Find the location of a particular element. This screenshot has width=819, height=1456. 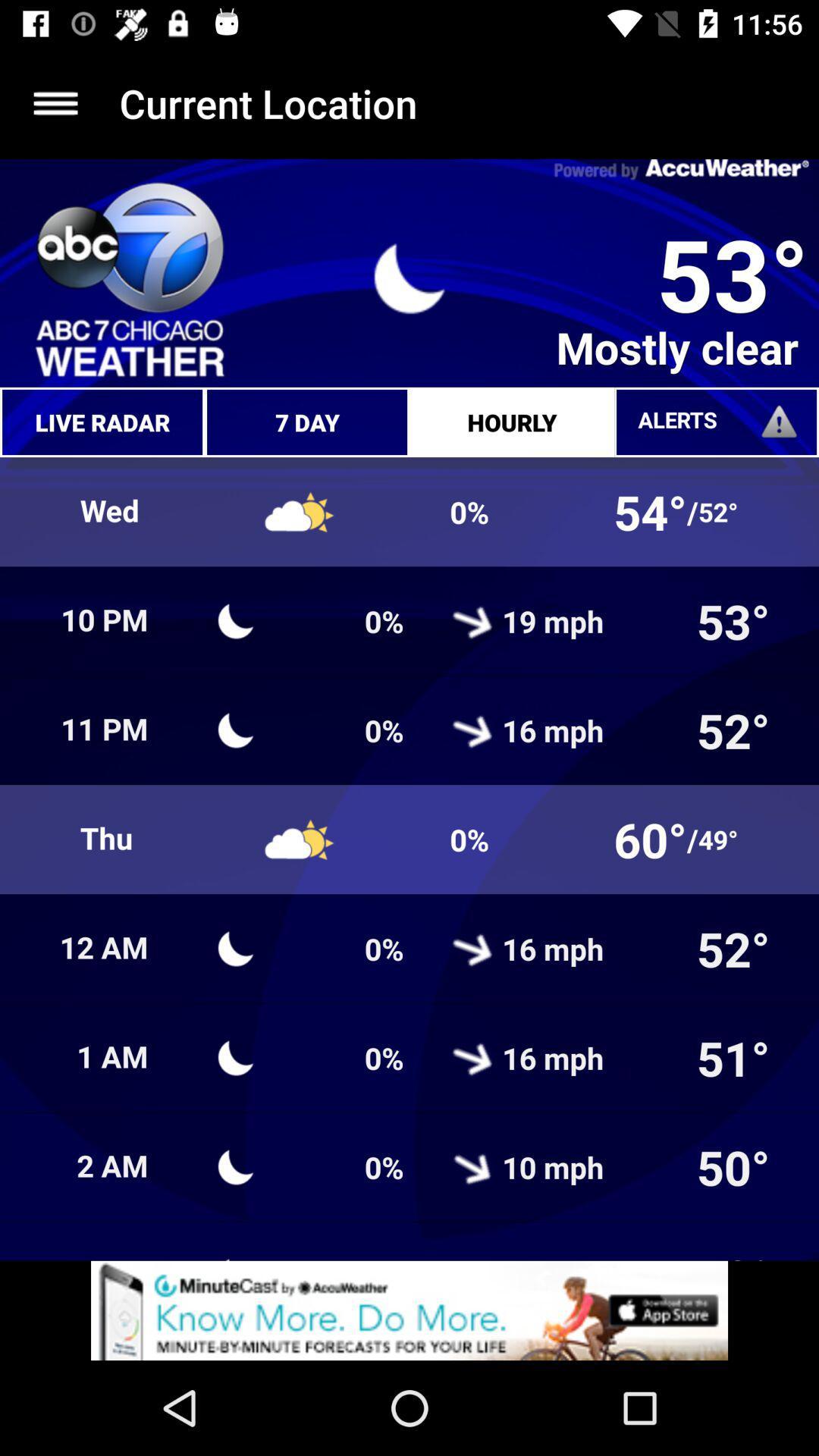

7 day which is above climate symbol is located at coordinates (307, 422).